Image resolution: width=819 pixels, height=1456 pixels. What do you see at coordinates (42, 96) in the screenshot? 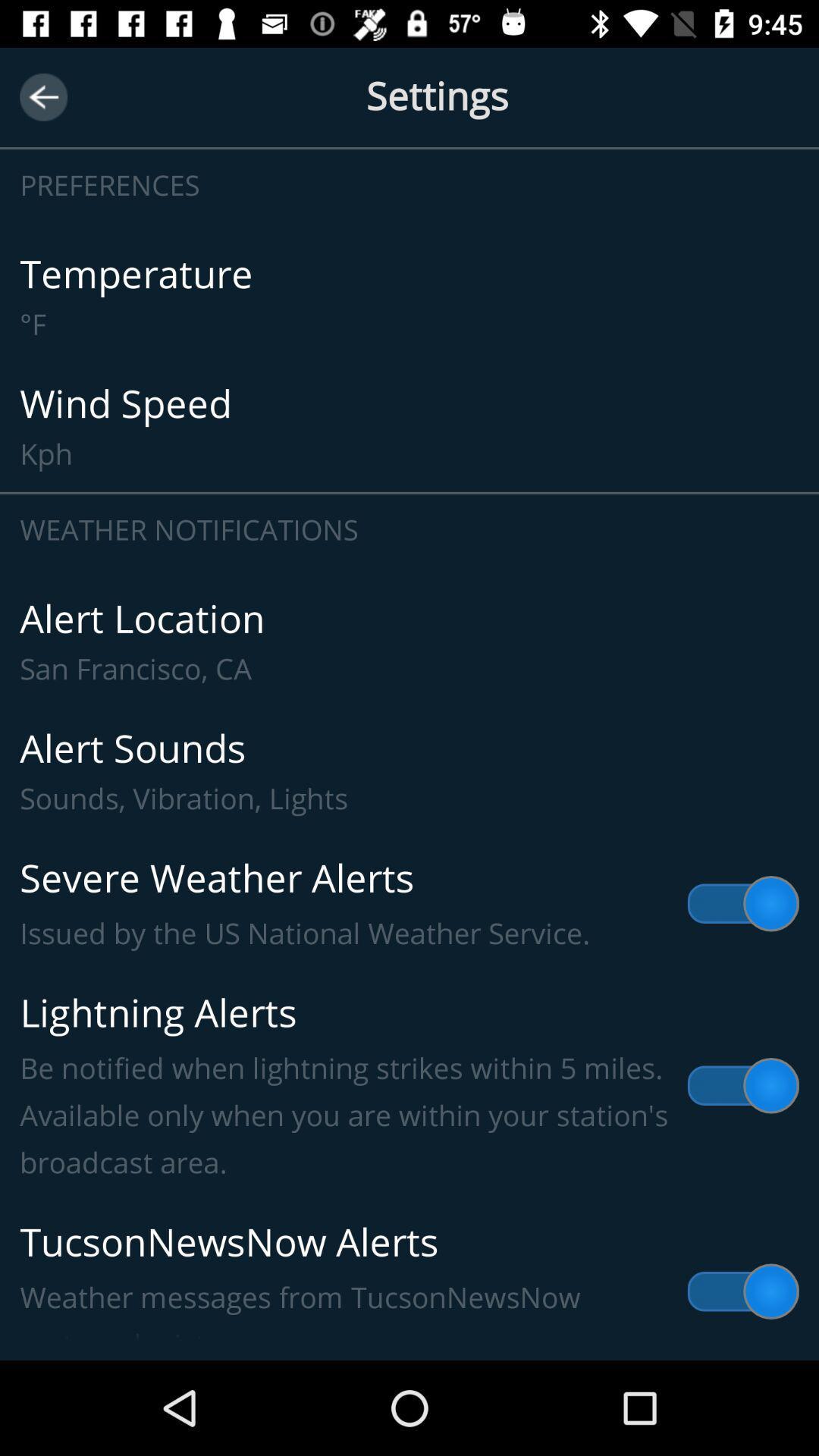
I see `the arrow_backward icon` at bounding box center [42, 96].